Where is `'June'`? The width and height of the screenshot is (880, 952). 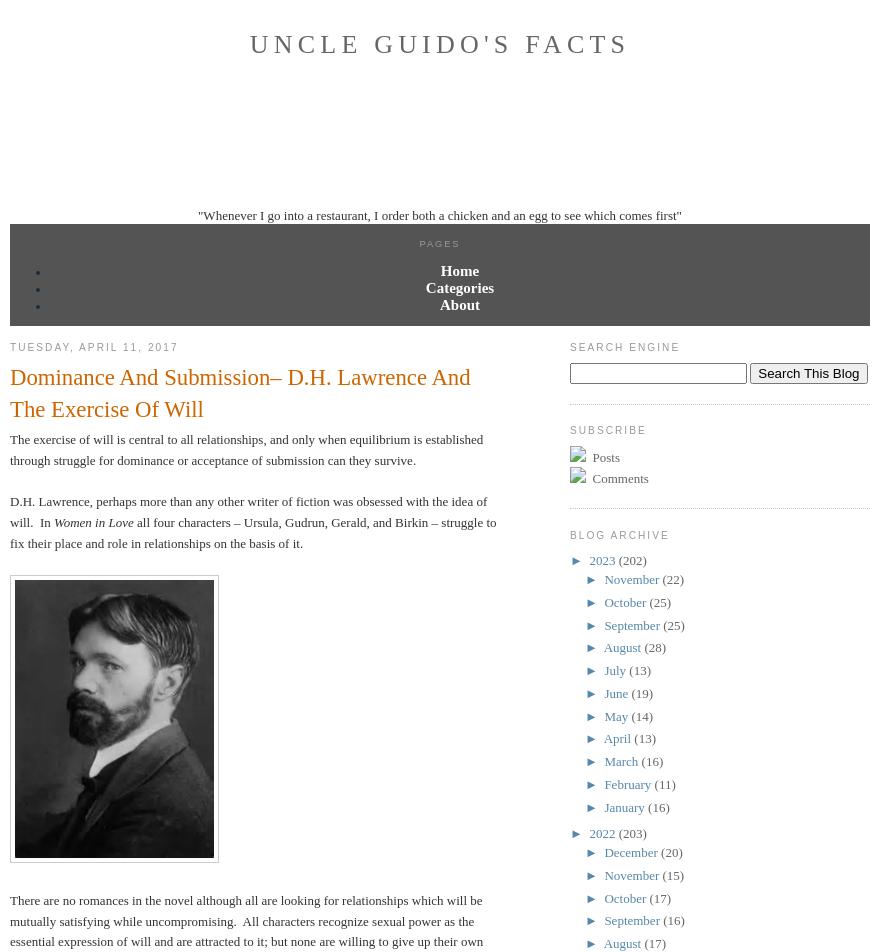
'June' is located at coordinates (603, 692).